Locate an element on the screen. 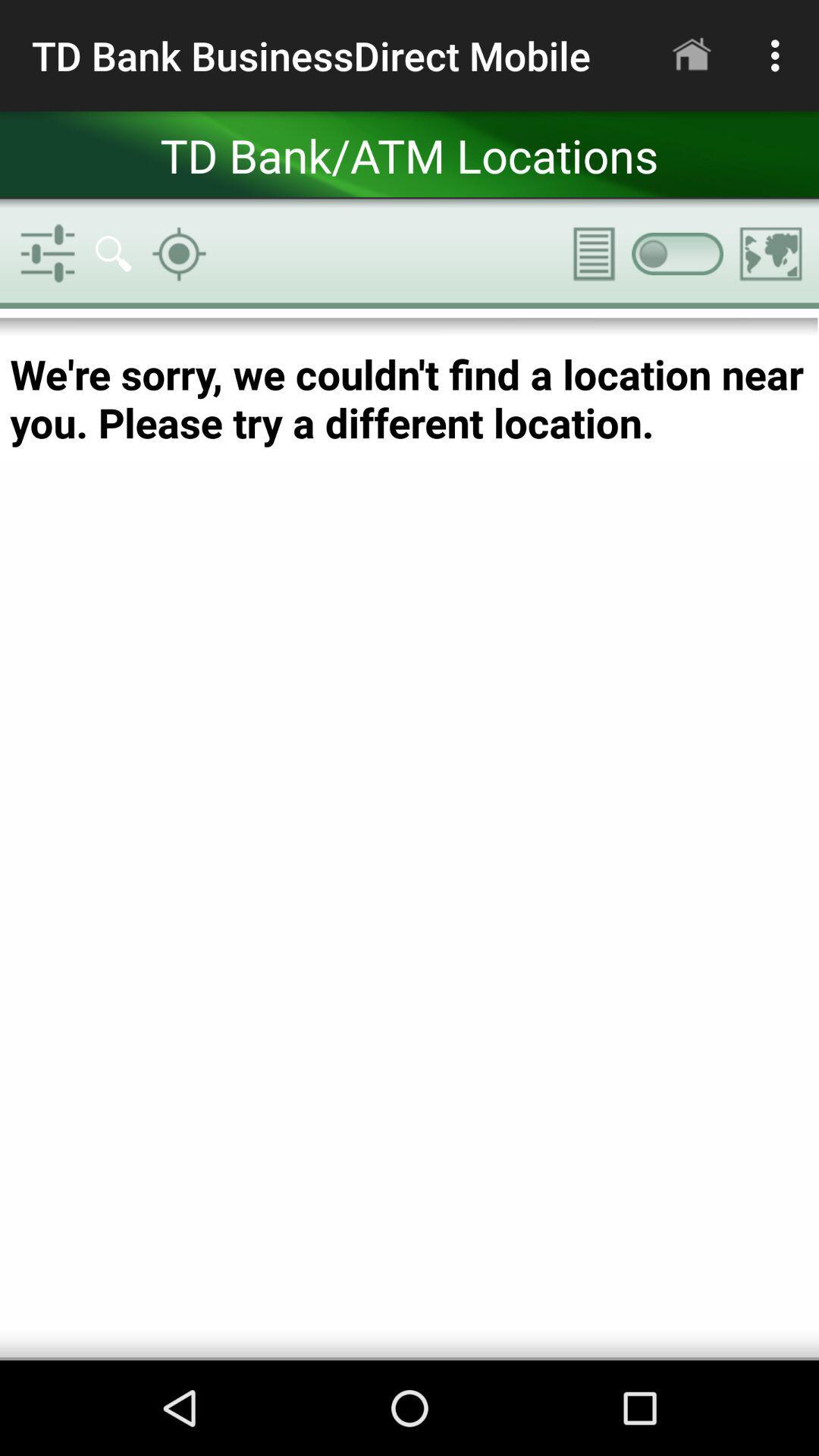  the location_crosshair icon is located at coordinates (178, 253).